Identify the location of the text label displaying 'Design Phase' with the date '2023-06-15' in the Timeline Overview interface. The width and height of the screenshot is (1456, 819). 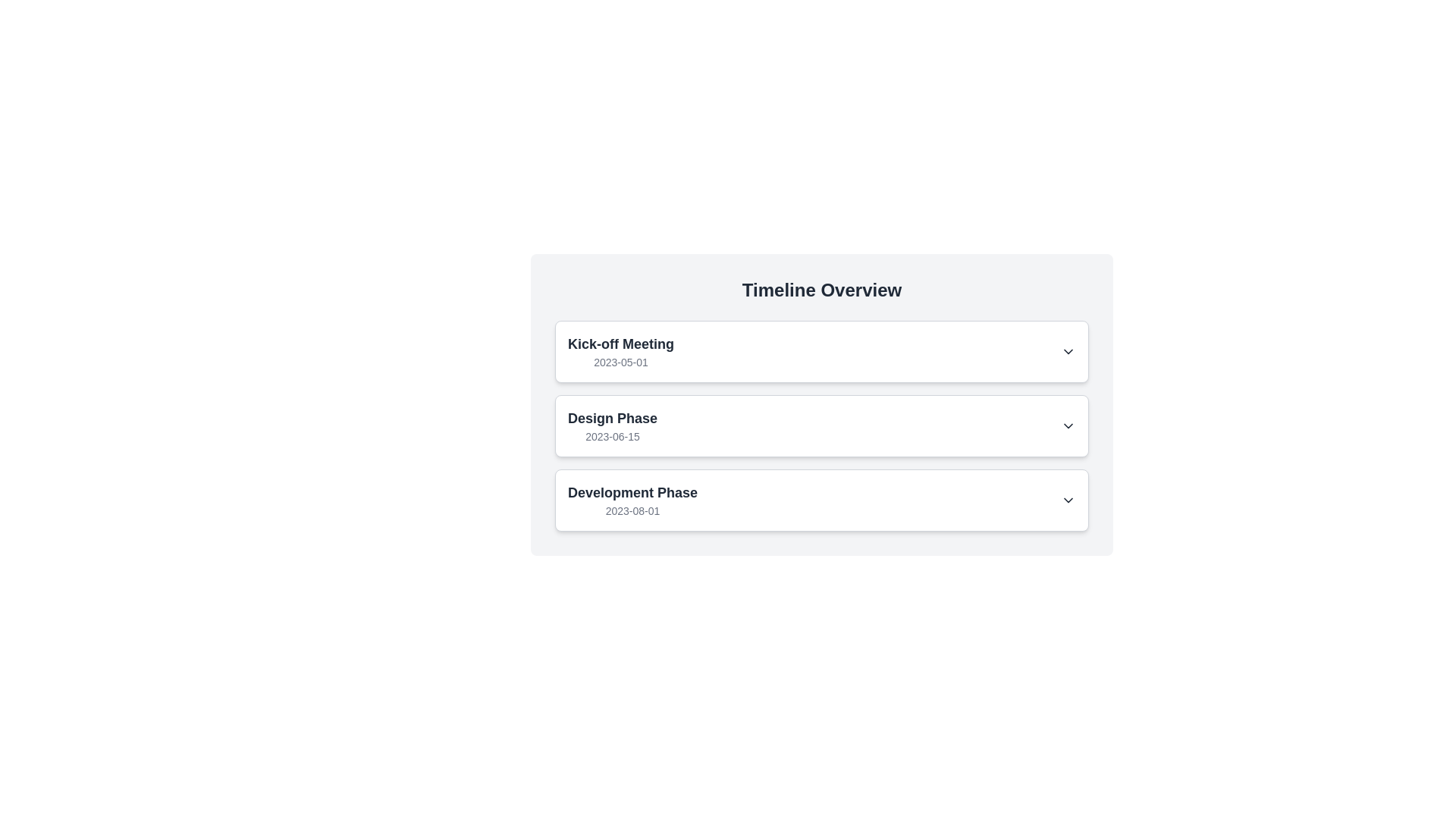
(612, 426).